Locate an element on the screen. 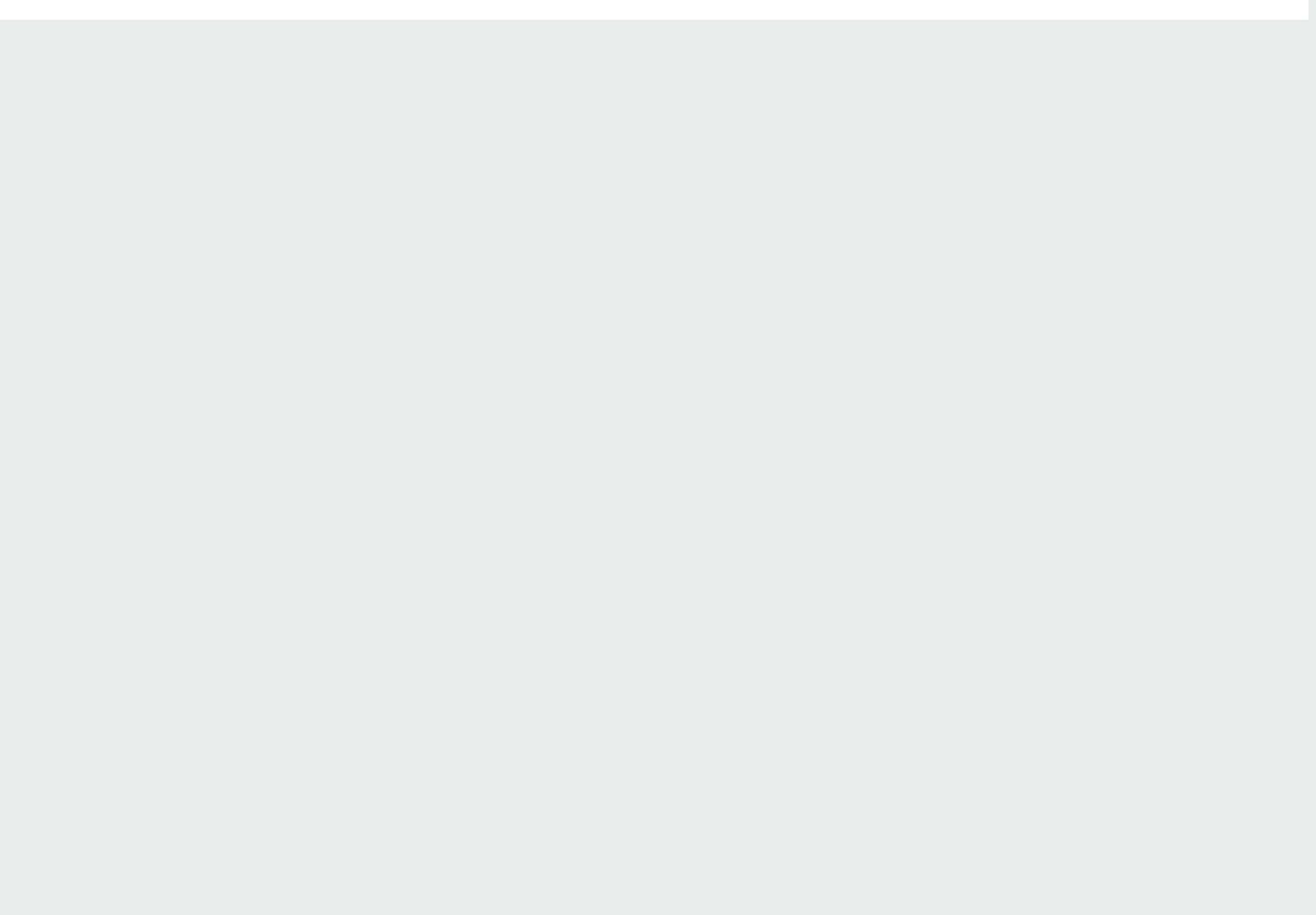 This screenshot has height=915, width=1316. 'Awakening' is located at coordinates (108, 338).